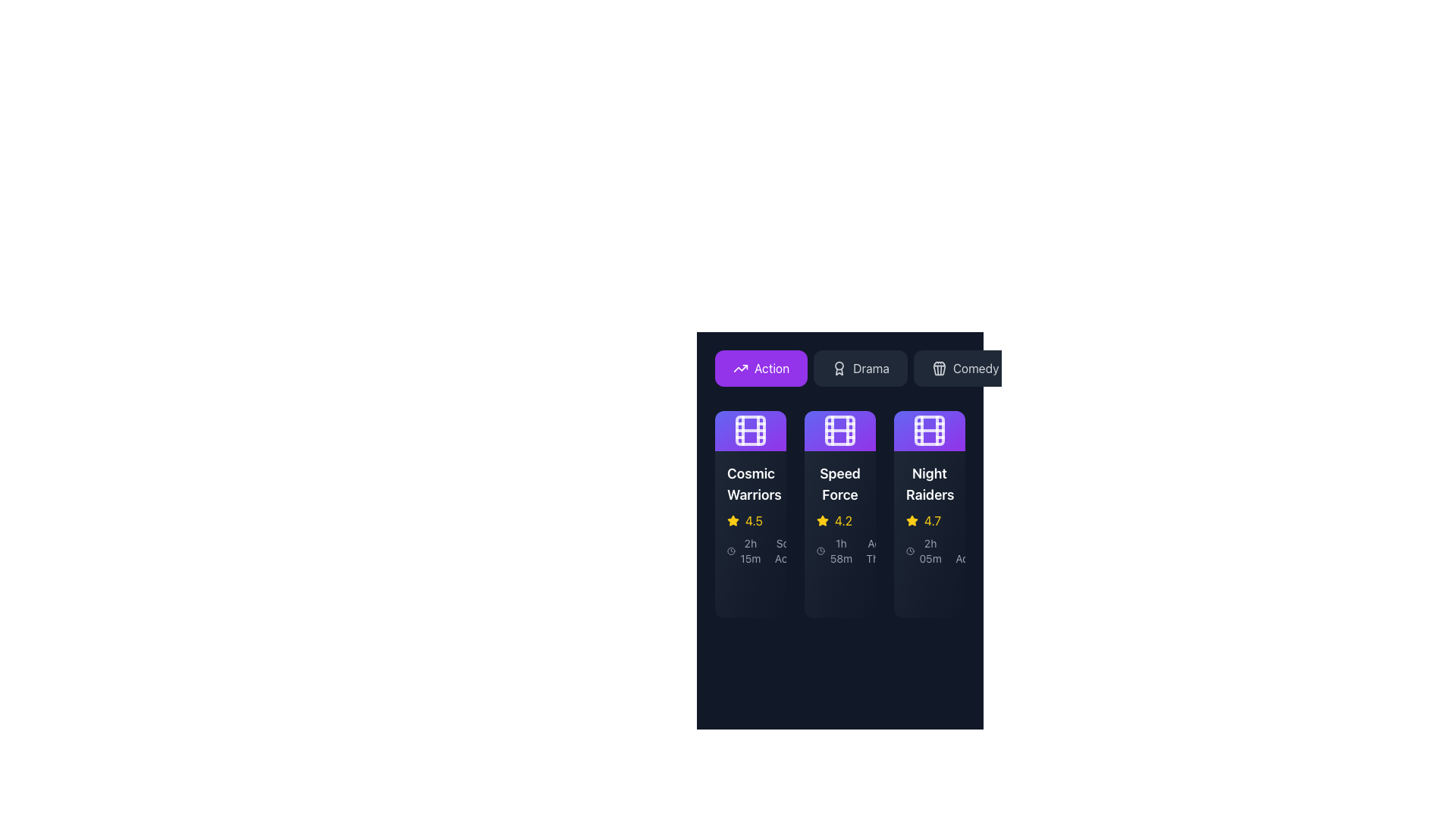  I want to click on the 'Cosmic Warriors' movie listing card, which features a purple filmstrip icon at the top and displays a rating of '4.5' in yellow, so click(750, 513).